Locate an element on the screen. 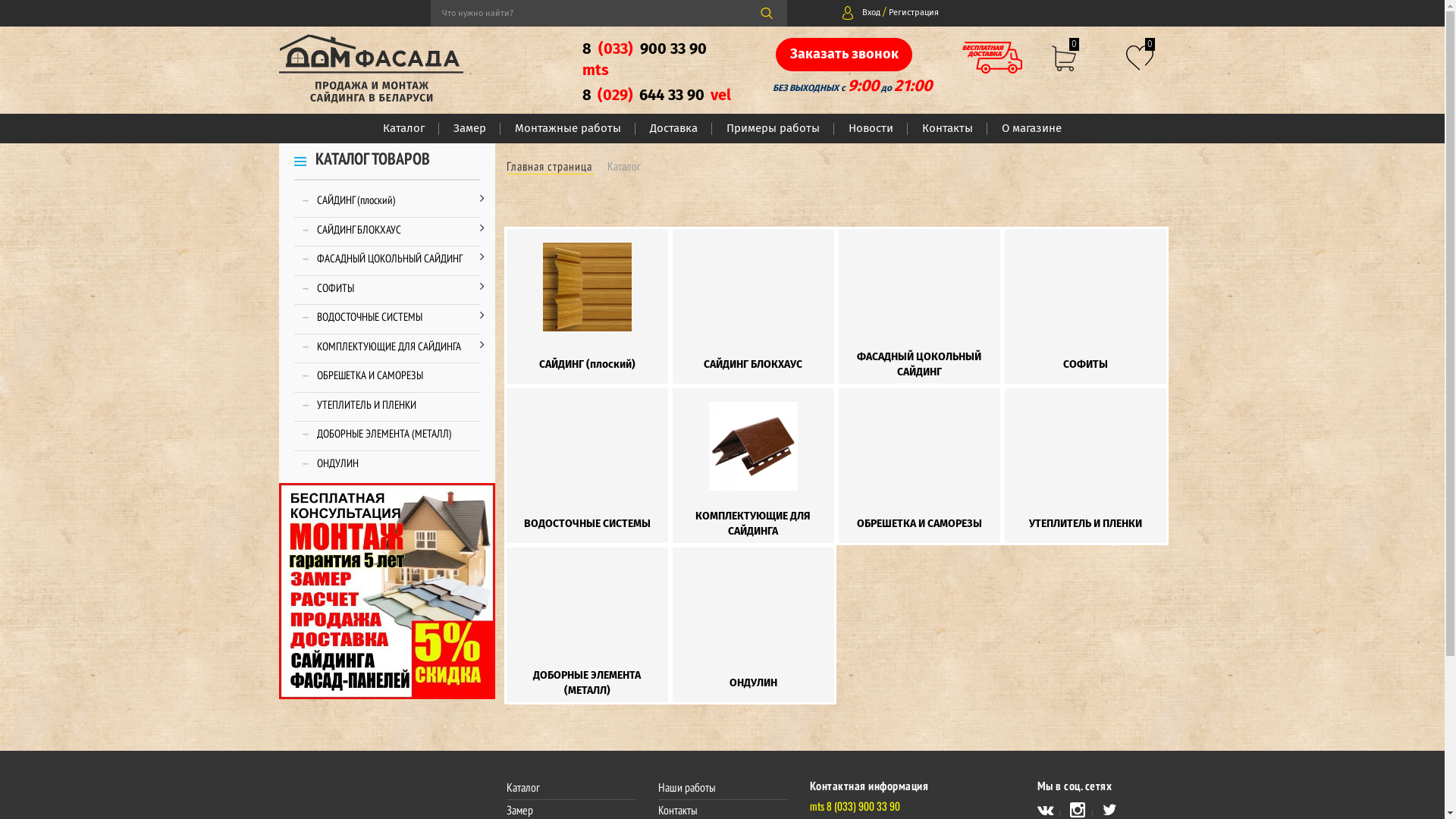 Image resolution: width=1456 pixels, height=819 pixels. '8  (033)  900 33 90 mts' is located at coordinates (658, 72).